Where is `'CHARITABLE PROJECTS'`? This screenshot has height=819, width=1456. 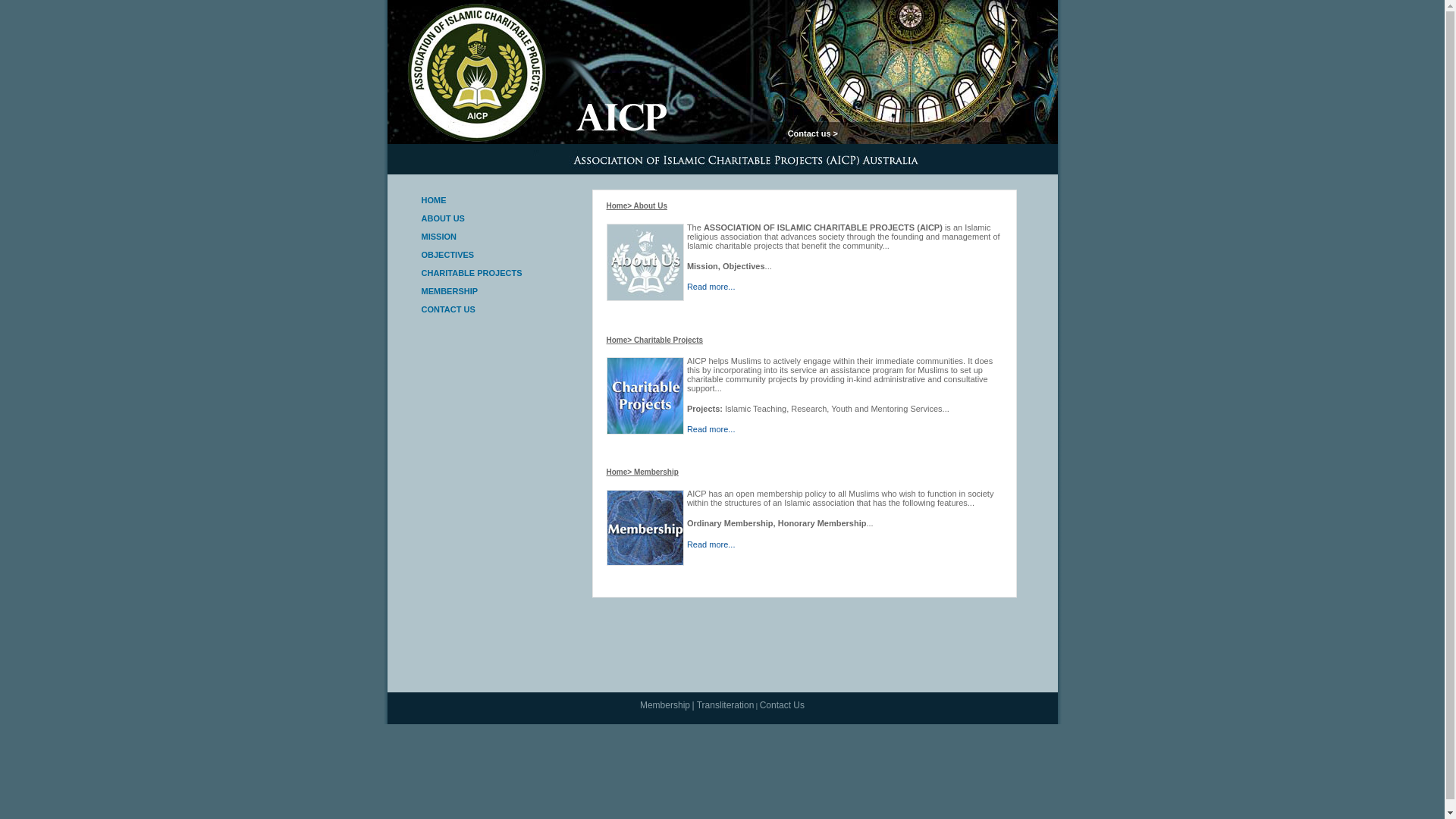
'CHARITABLE PROJECTS' is located at coordinates (471, 271).